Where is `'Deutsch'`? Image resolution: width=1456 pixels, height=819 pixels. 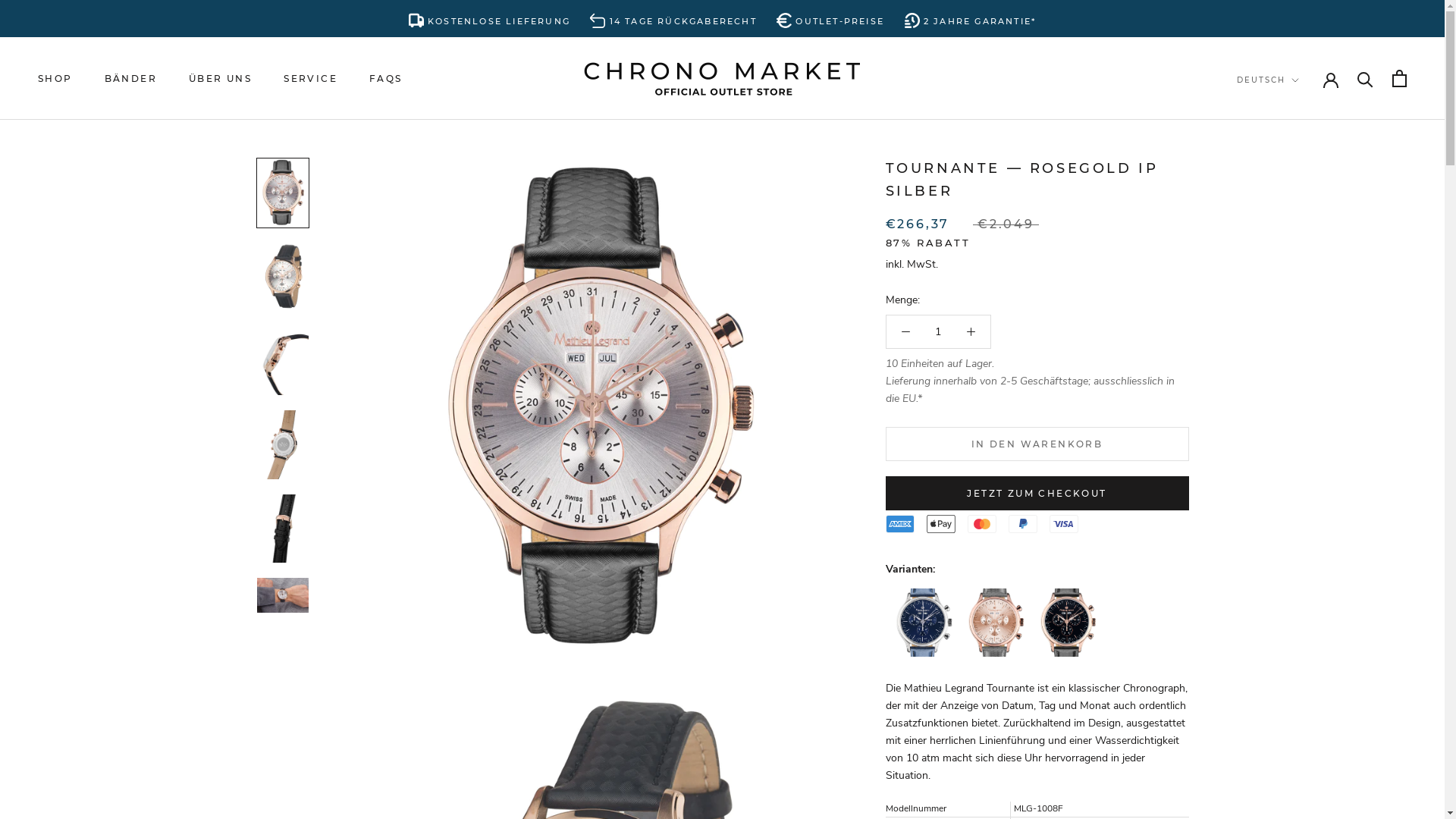
'Deutsch' is located at coordinates (1283, 111).